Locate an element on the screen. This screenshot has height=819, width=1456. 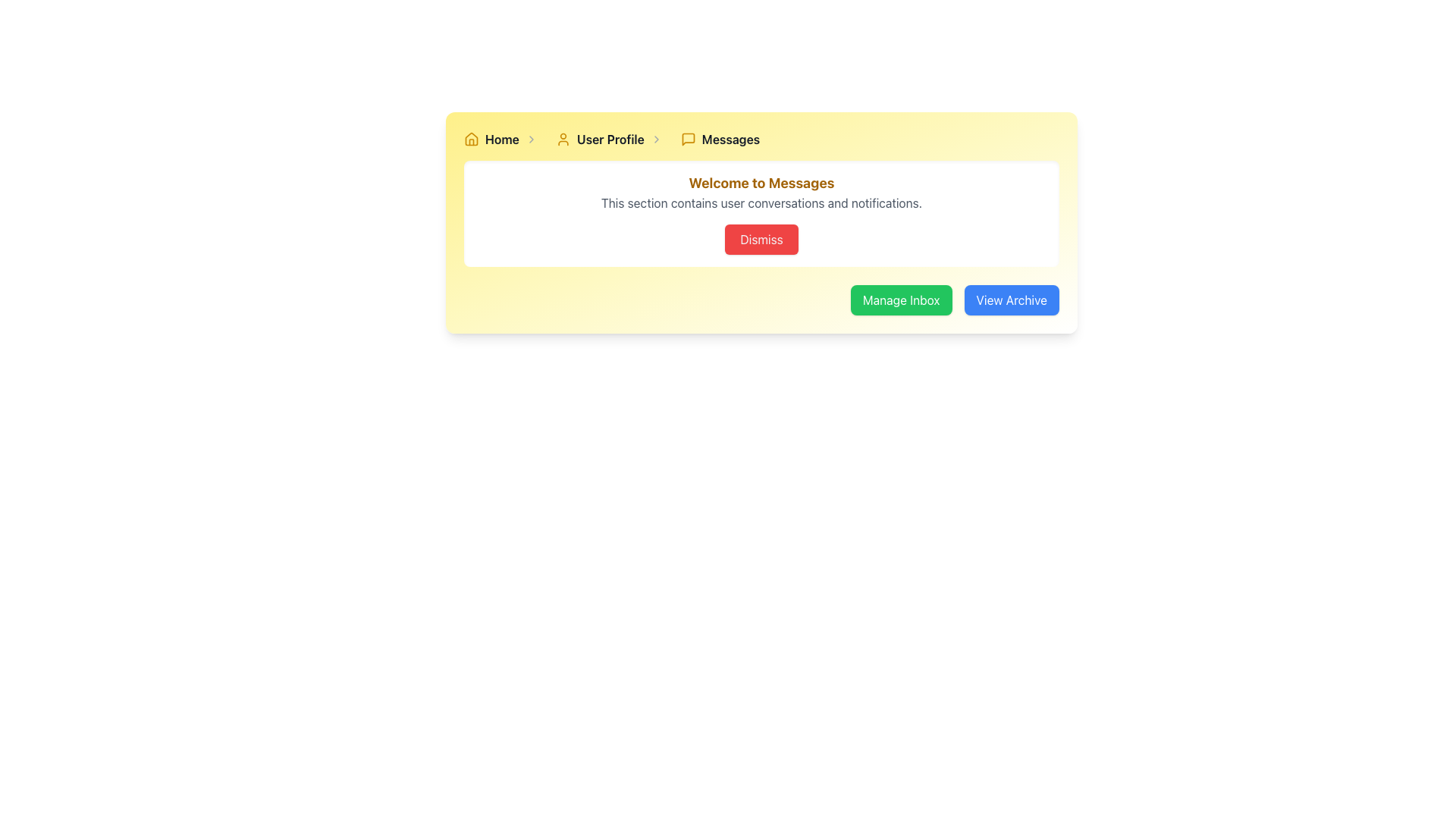
the user profile icon, which is a small yellow-filled outline of a person located in the breadcrumb navigation bar, to the left of the 'User Profile' text is located at coordinates (562, 140).